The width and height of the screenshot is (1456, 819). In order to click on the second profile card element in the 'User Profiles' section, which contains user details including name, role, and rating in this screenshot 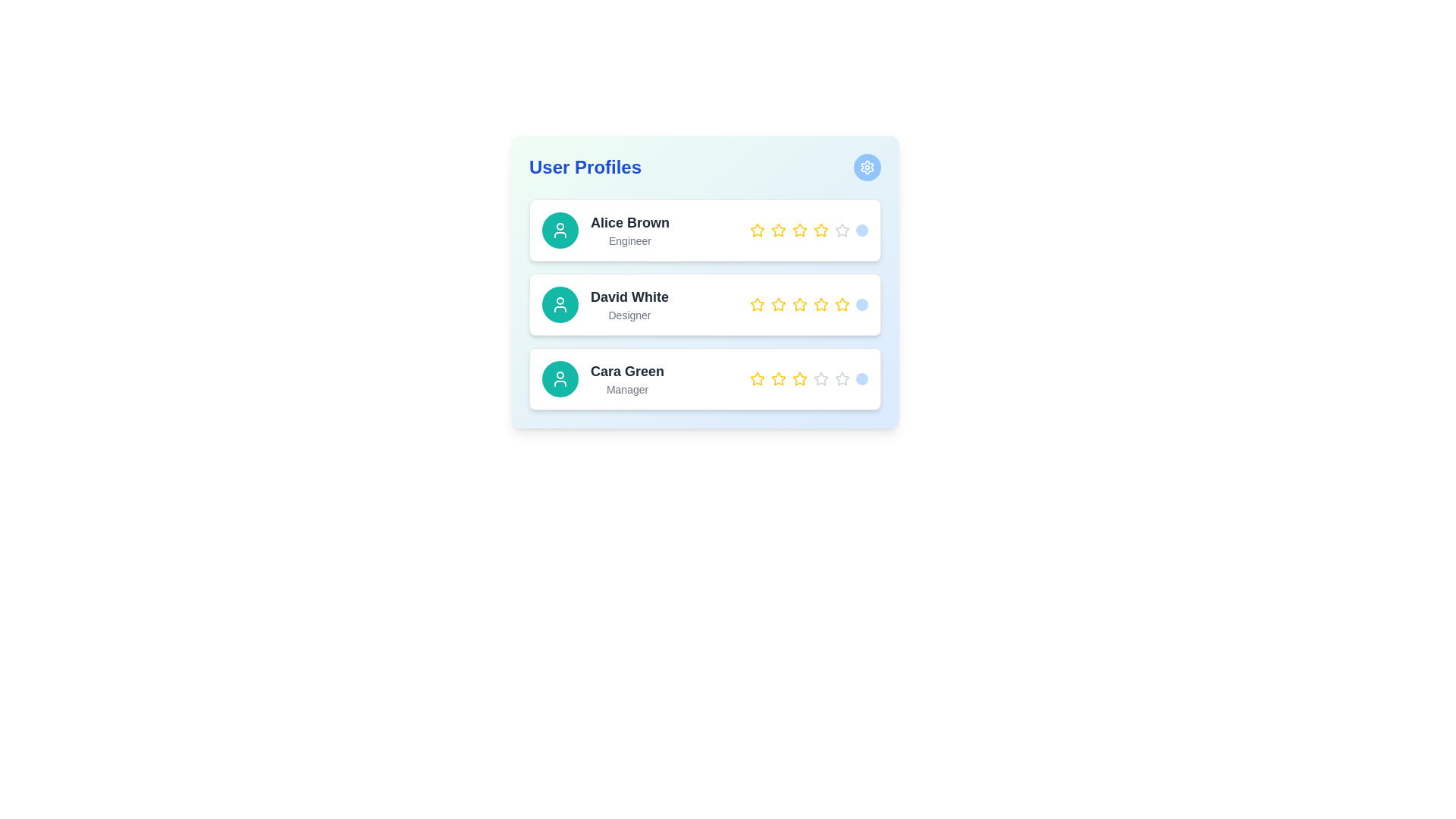, I will do `click(704, 304)`.